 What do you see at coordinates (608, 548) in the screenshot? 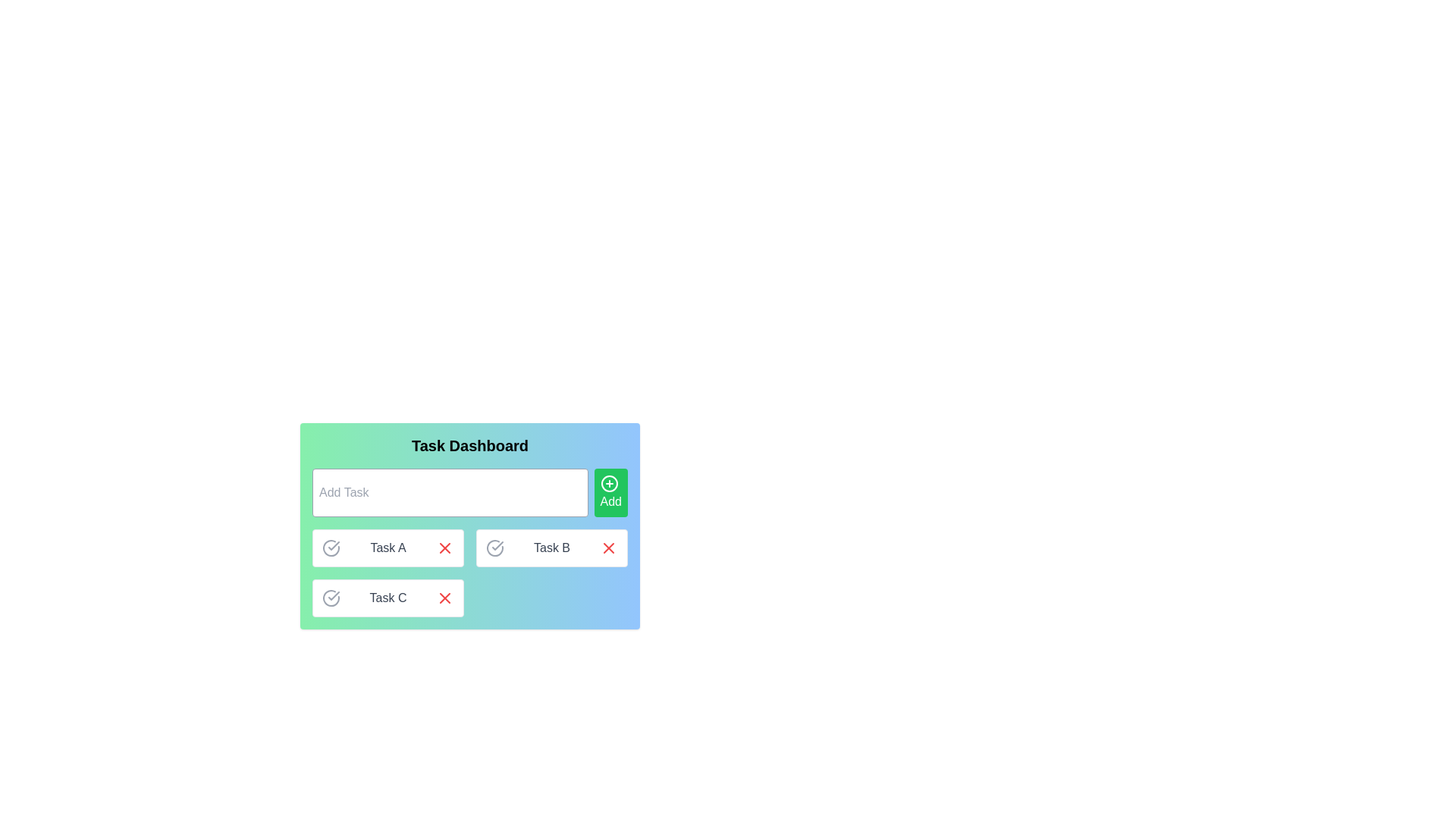
I see `the delete button for 'Task B' located in the task list area of the Task Dashboard` at bounding box center [608, 548].